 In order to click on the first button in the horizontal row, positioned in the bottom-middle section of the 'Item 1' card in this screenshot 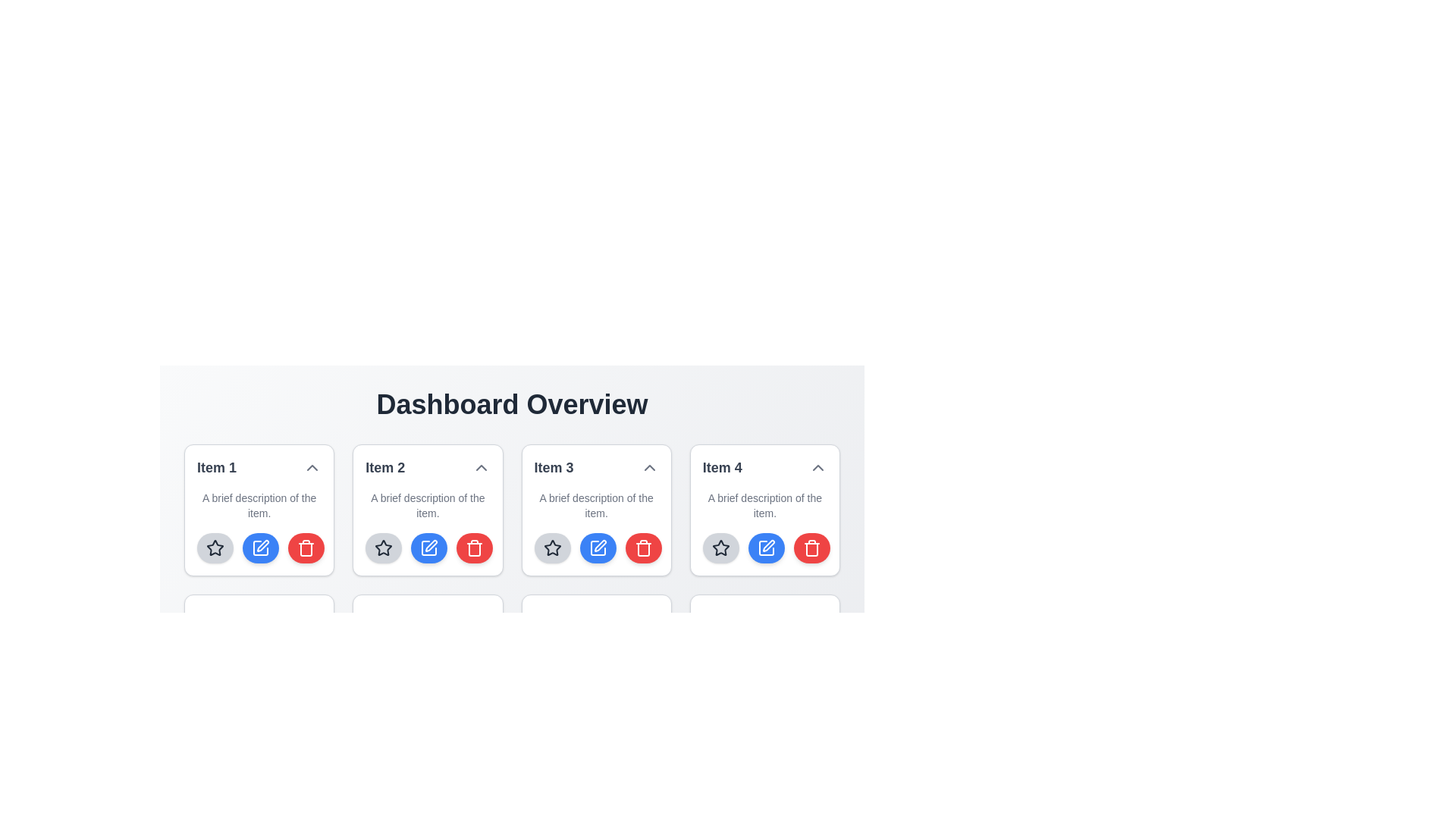, I will do `click(214, 698)`.